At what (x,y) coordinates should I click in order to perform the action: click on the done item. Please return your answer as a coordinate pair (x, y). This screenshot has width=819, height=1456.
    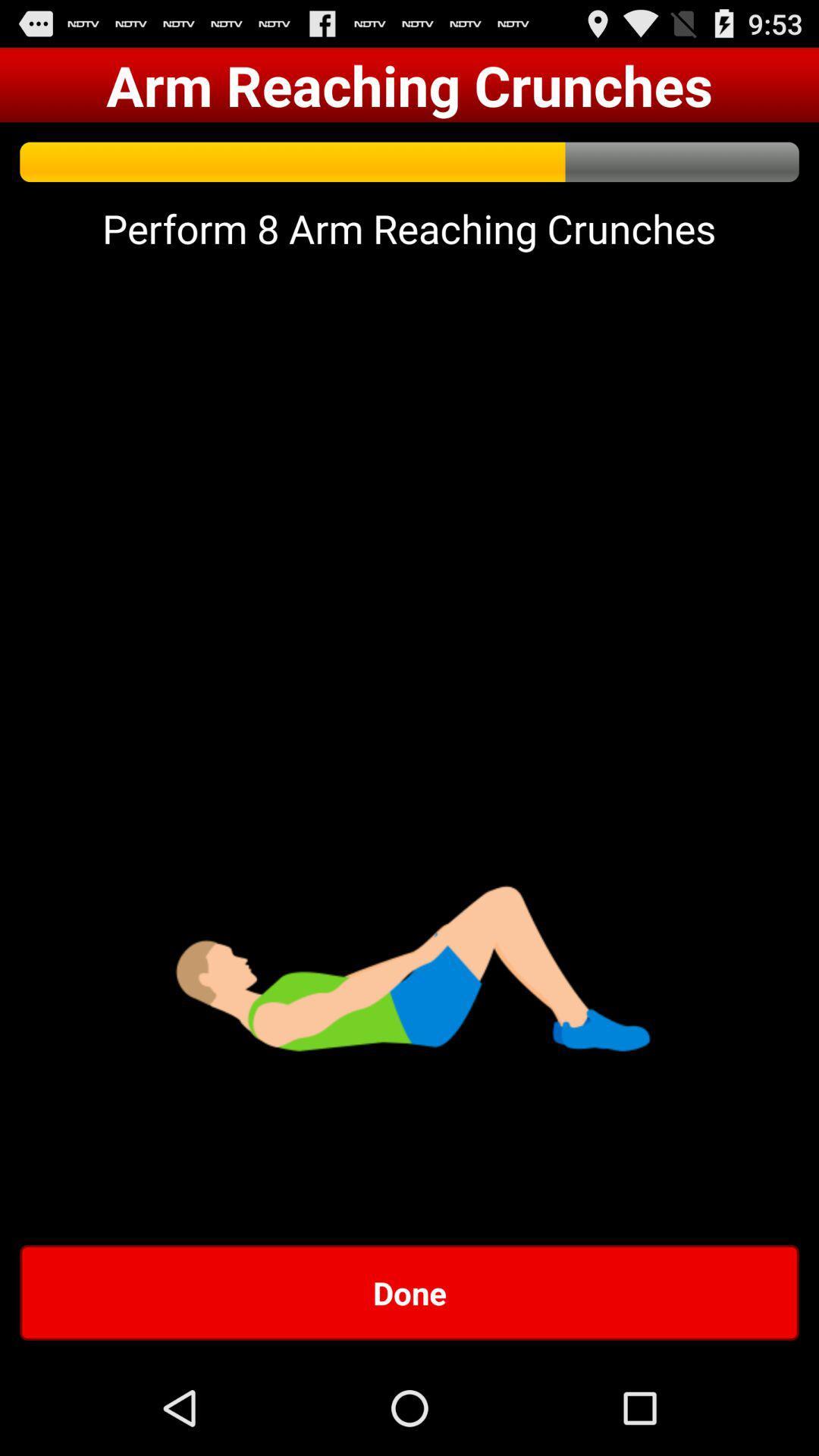
    Looking at the image, I should click on (409, 1291).